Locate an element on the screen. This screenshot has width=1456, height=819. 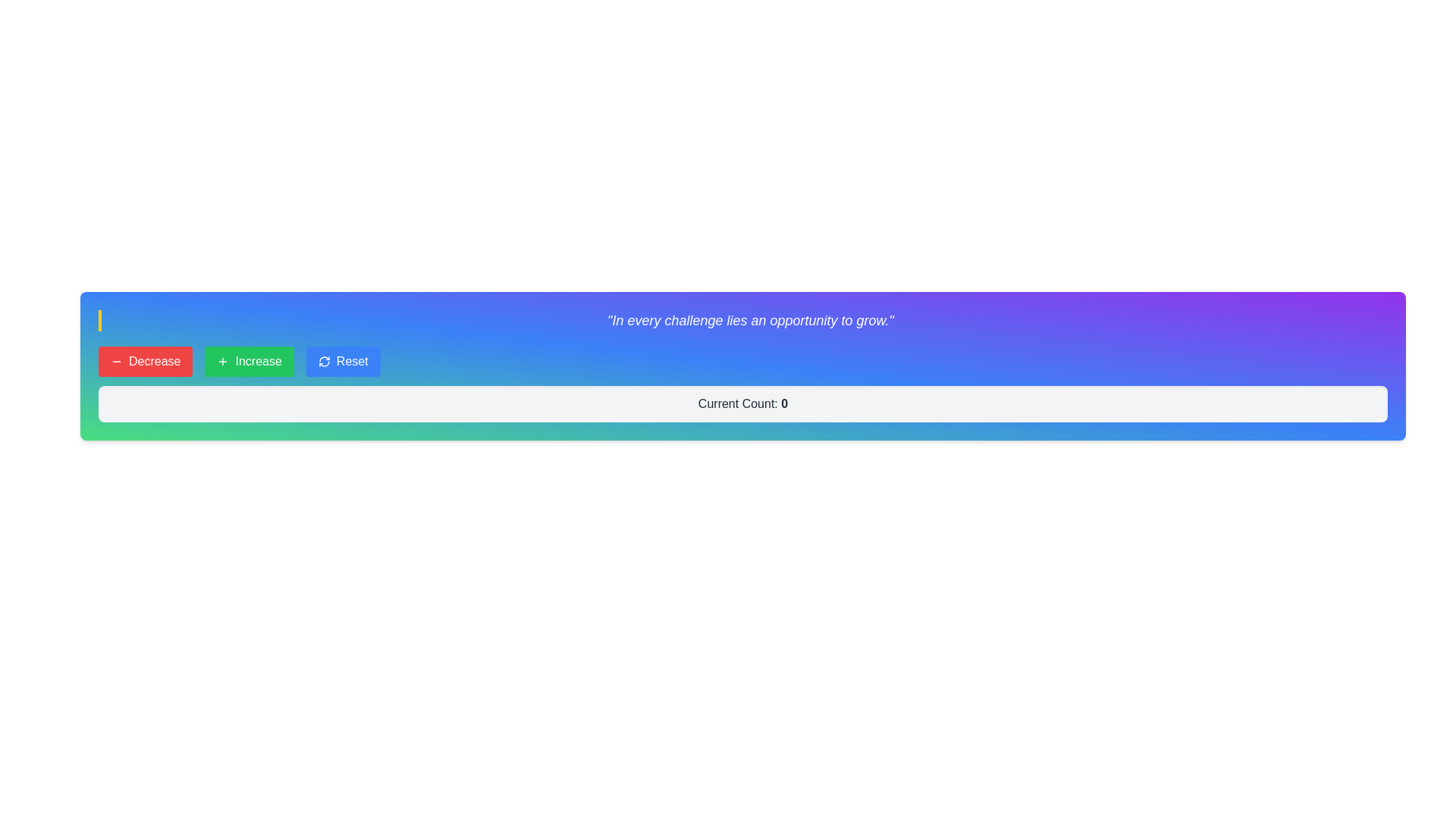
the 'Decrease' button which contains the horizontally centered red Minus icon, located in the top bar of the interface is located at coordinates (115, 362).